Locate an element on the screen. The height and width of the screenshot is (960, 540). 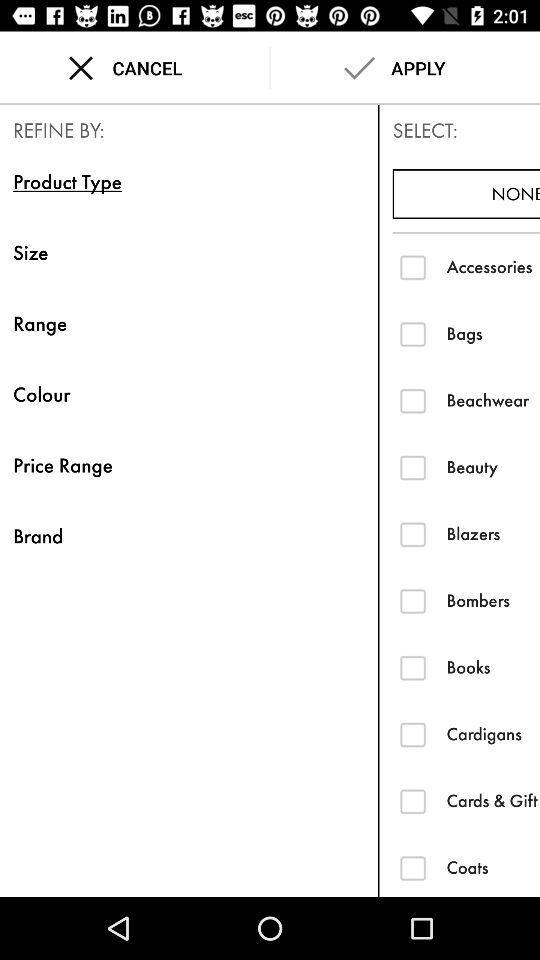
filter search is located at coordinates (412, 333).